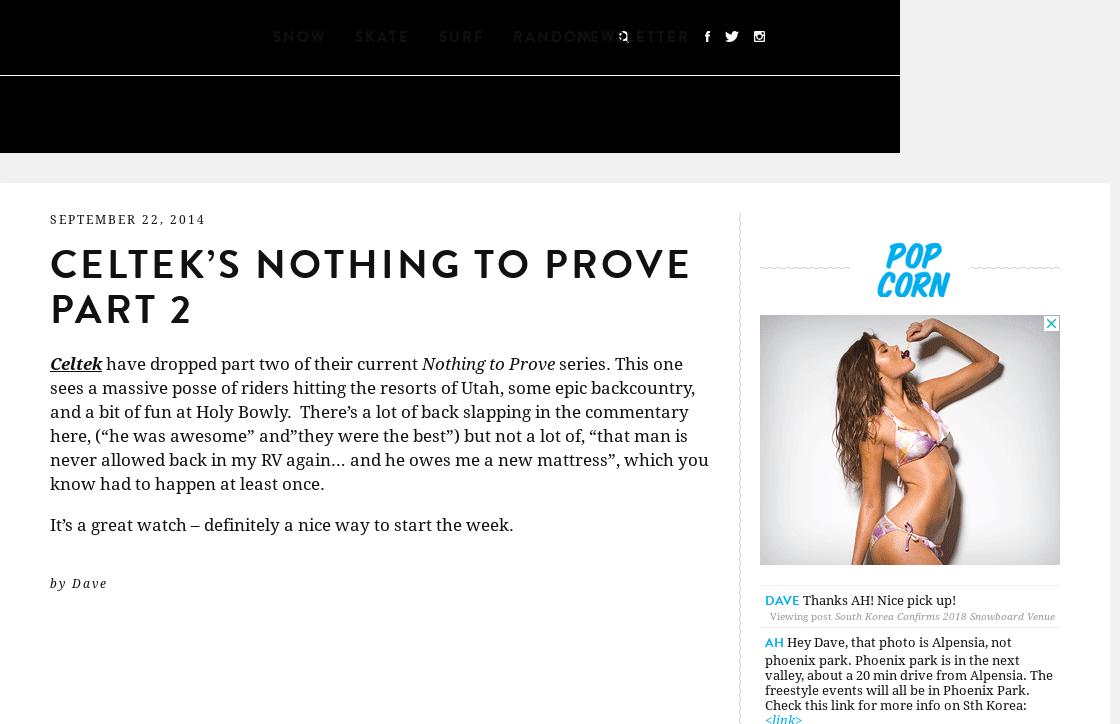  What do you see at coordinates (908, 672) in the screenshot?
I see `'Hey Dave, that photo is Alpensia, not phoenix park. Phoenix park is in the next valley, about a 20 min drive from Alpensia. The freestyle events will all be in Phoenix Park. Check this link for more info on Sth Korea:'` at bounding box center [908, 672].